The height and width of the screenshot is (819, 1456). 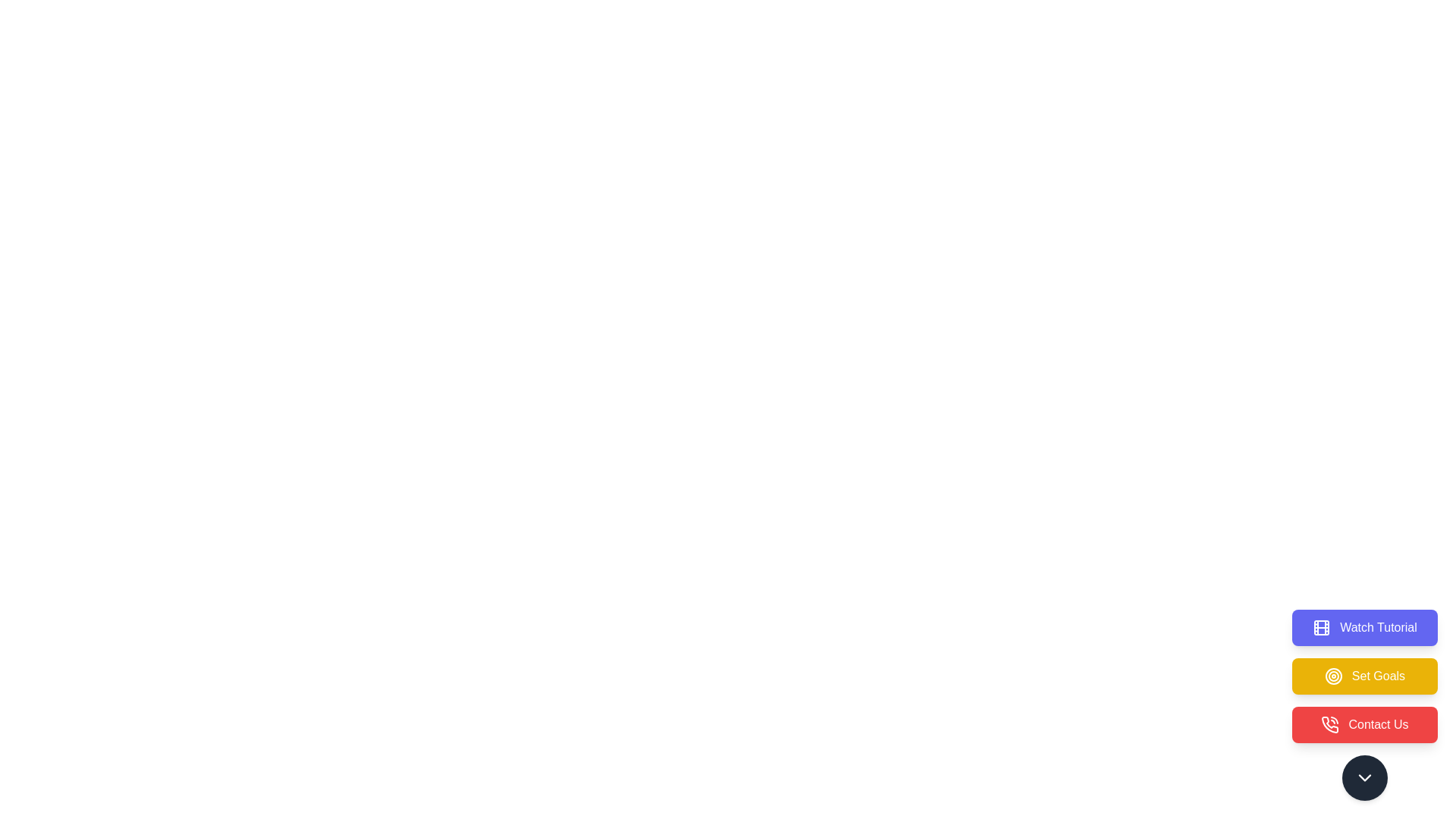 What do you see at coordinates (1365, 724) in the screenshot?
I see `the Contact Us button to select the corresponding action` at bounding box center [1365, 724].